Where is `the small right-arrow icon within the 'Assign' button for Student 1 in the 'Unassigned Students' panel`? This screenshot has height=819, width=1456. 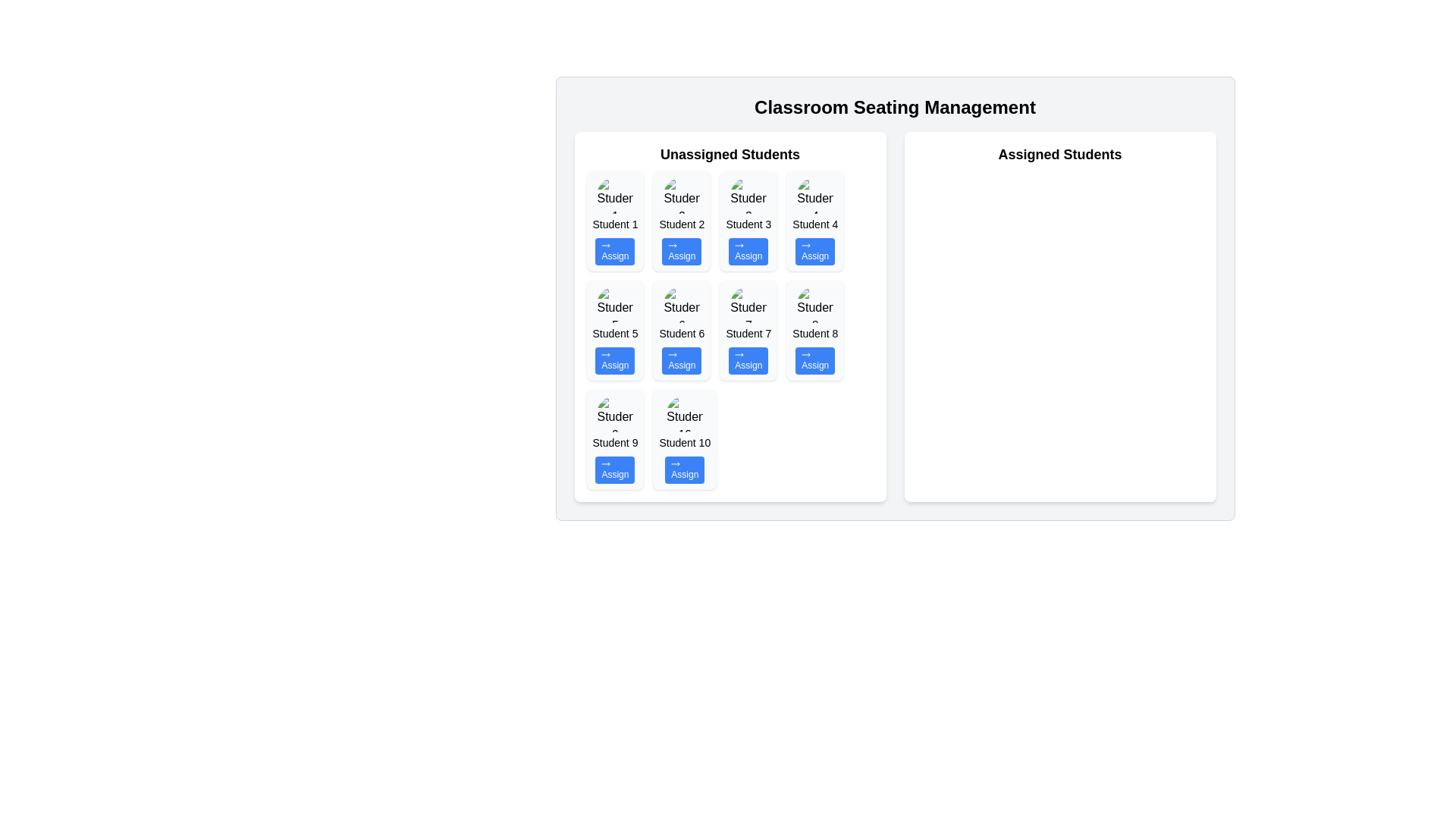 the small right-arrow icon within the 'Assign' button for Student 1 in the 'Unassigned Students' panel is located at coordinates (605, 245).